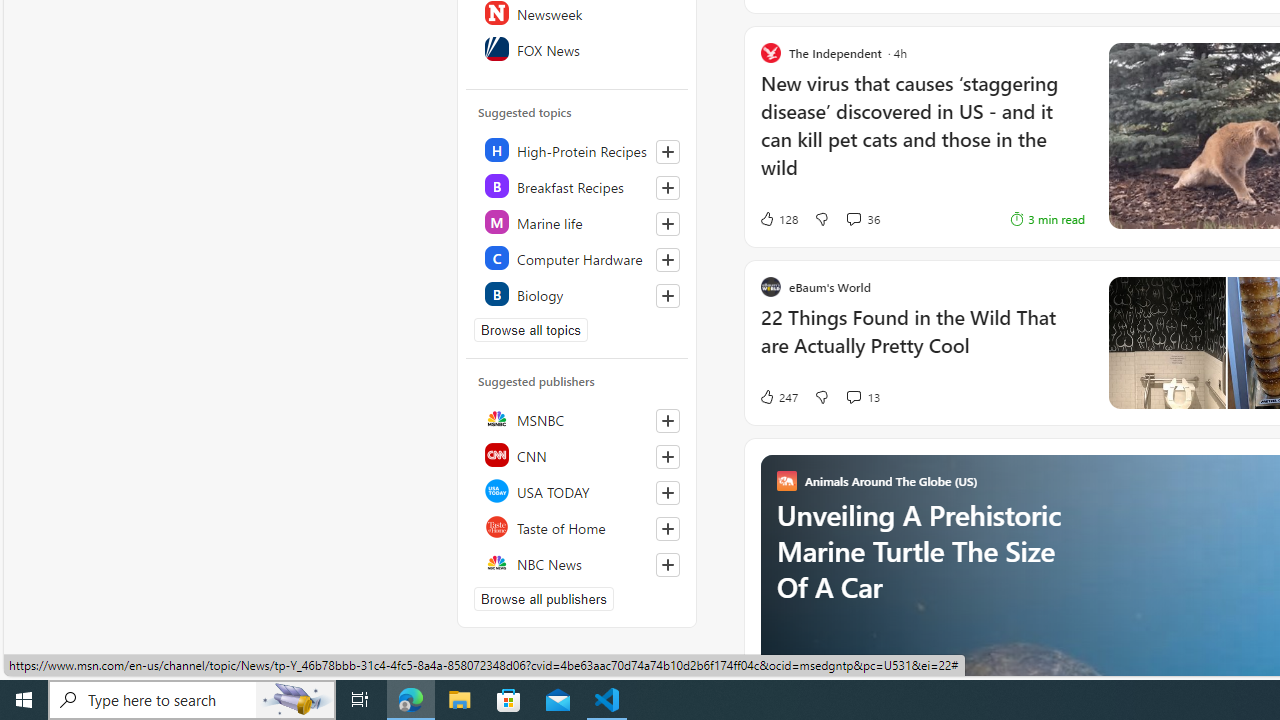  What do you see at coordinates (853, 396) in the screenshot?
I see `'View comments 13 Comment'` at bounding box center [853, 396].